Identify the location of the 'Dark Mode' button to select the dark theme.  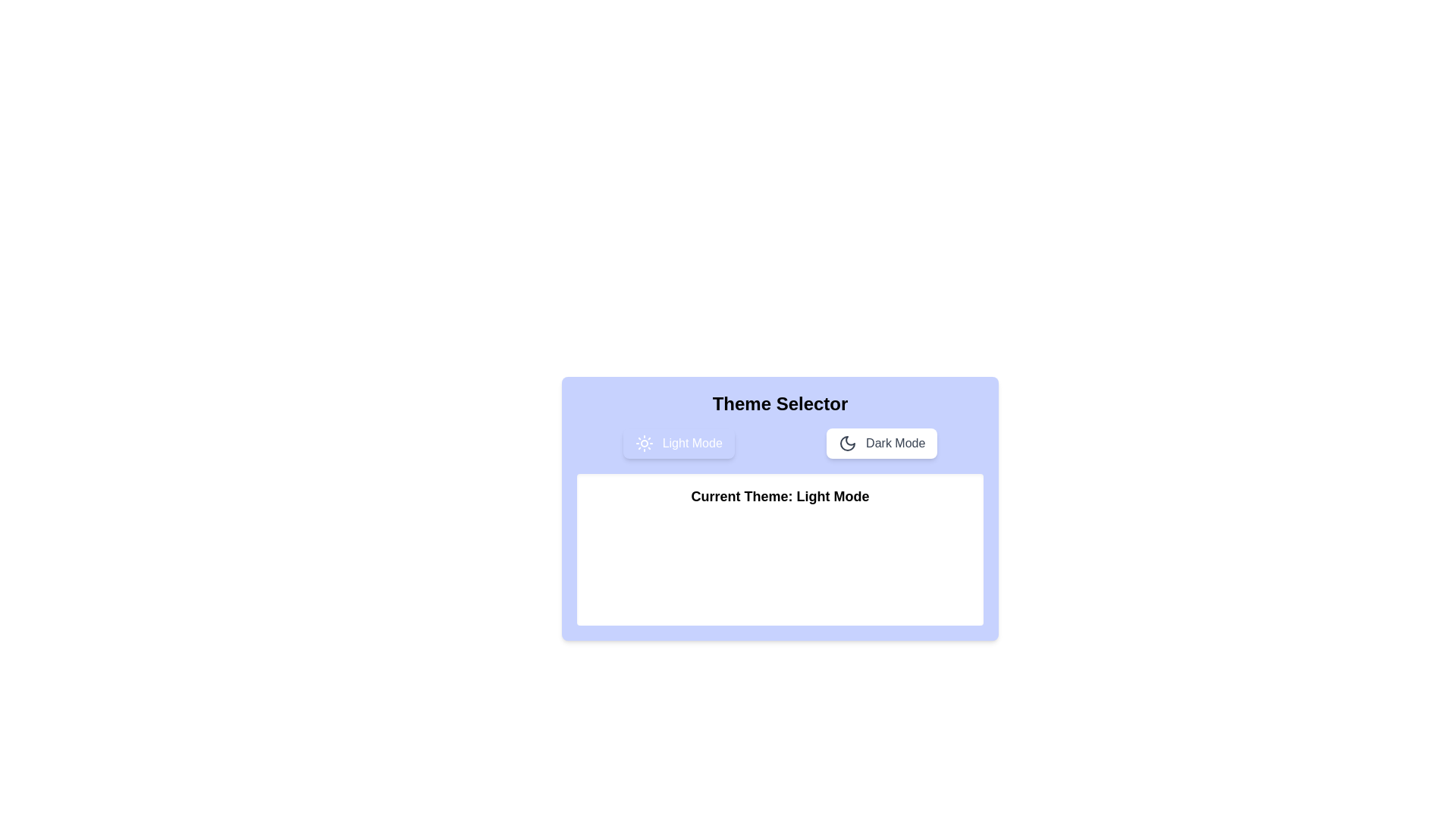
(881, 444).